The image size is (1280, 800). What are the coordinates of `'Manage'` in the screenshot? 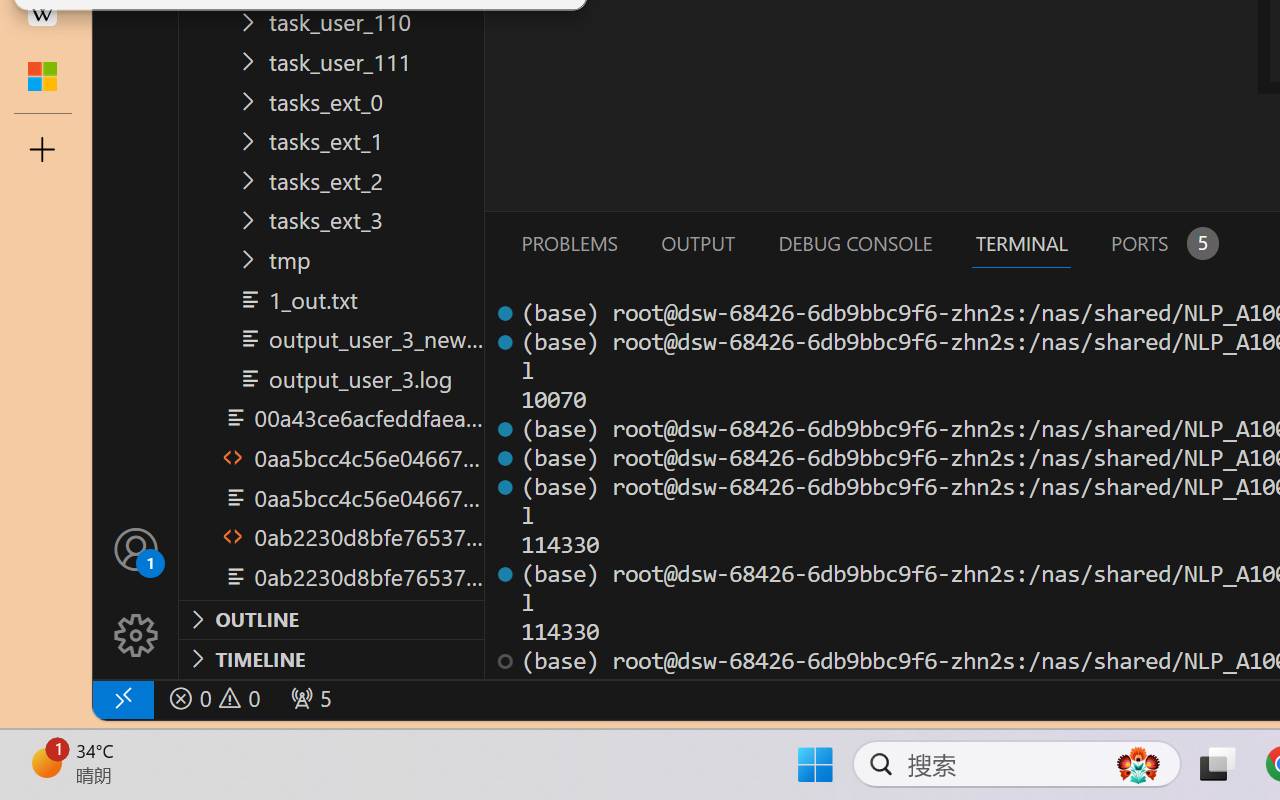 It's located at (134, 591).